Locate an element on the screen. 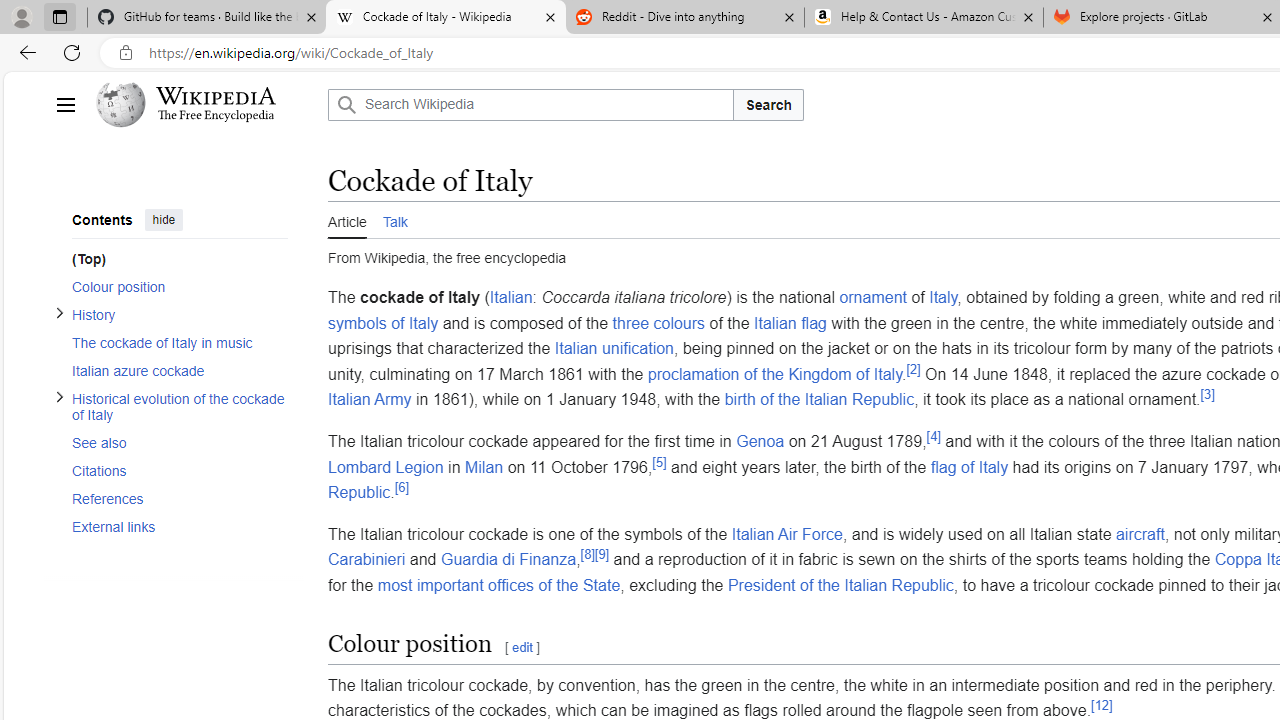 Image resolution: width=1280 pixels, height=720 pixels. 'Italian Air Force' is located at coordinates (786, 532).